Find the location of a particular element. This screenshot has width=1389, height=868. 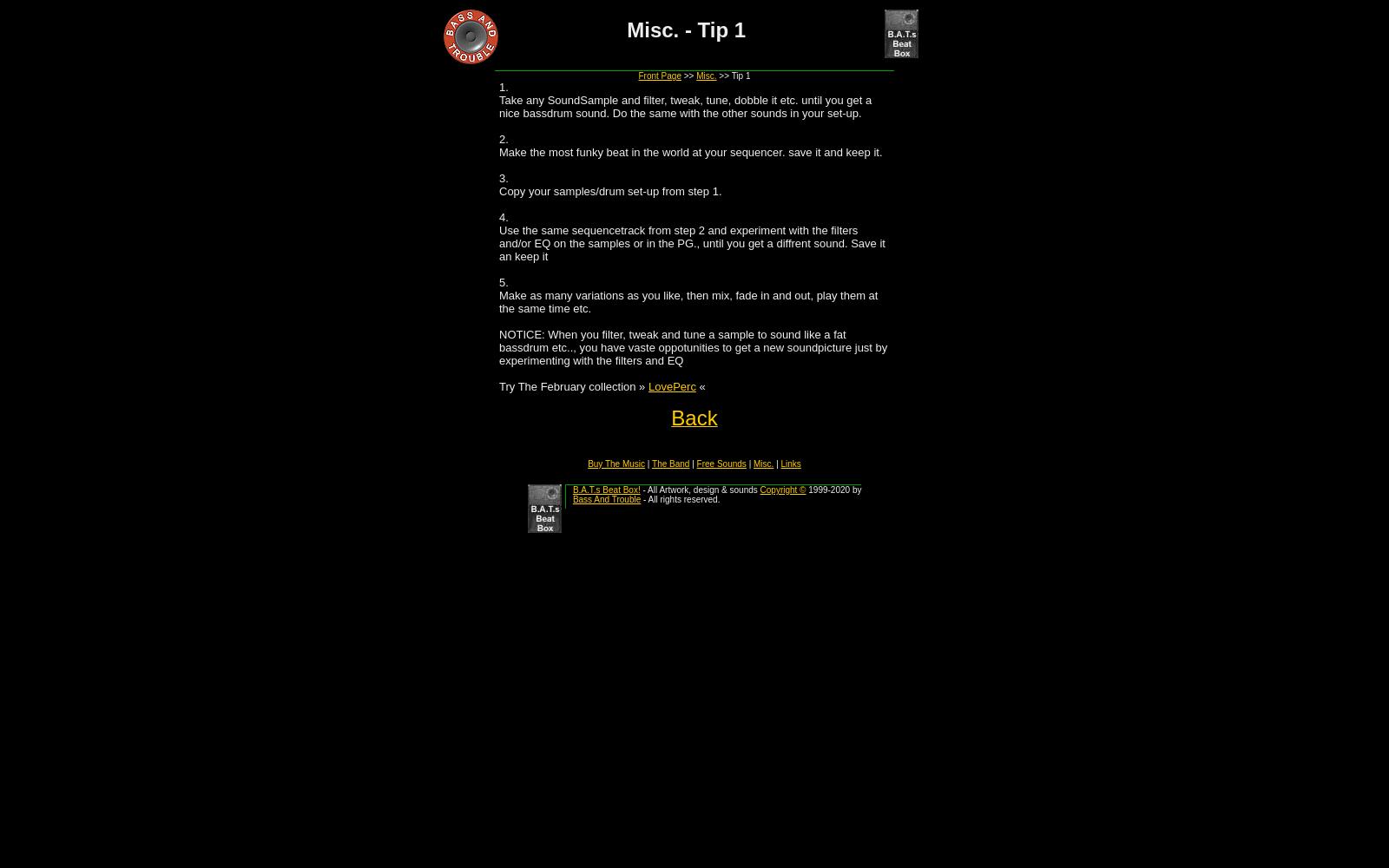

'>> Tip 1' is located at coordinates (714, 75).